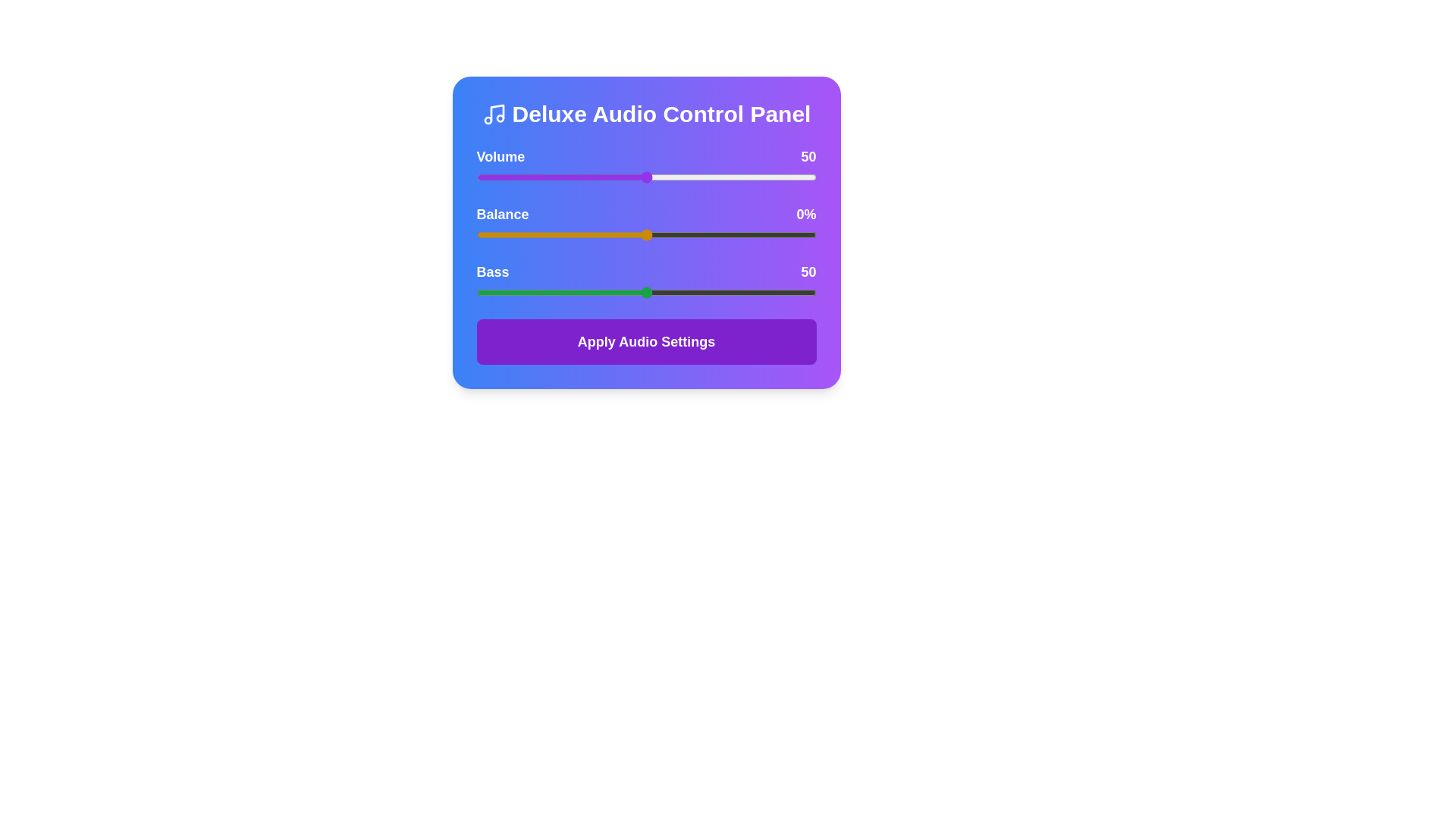 The width and height of the screenshot is (1456, 819). Describe the element at coordinates (646, 233) in the screenshot. I see `the sliders inside the 'Deluxe Audio Control Panel' box` at that location.